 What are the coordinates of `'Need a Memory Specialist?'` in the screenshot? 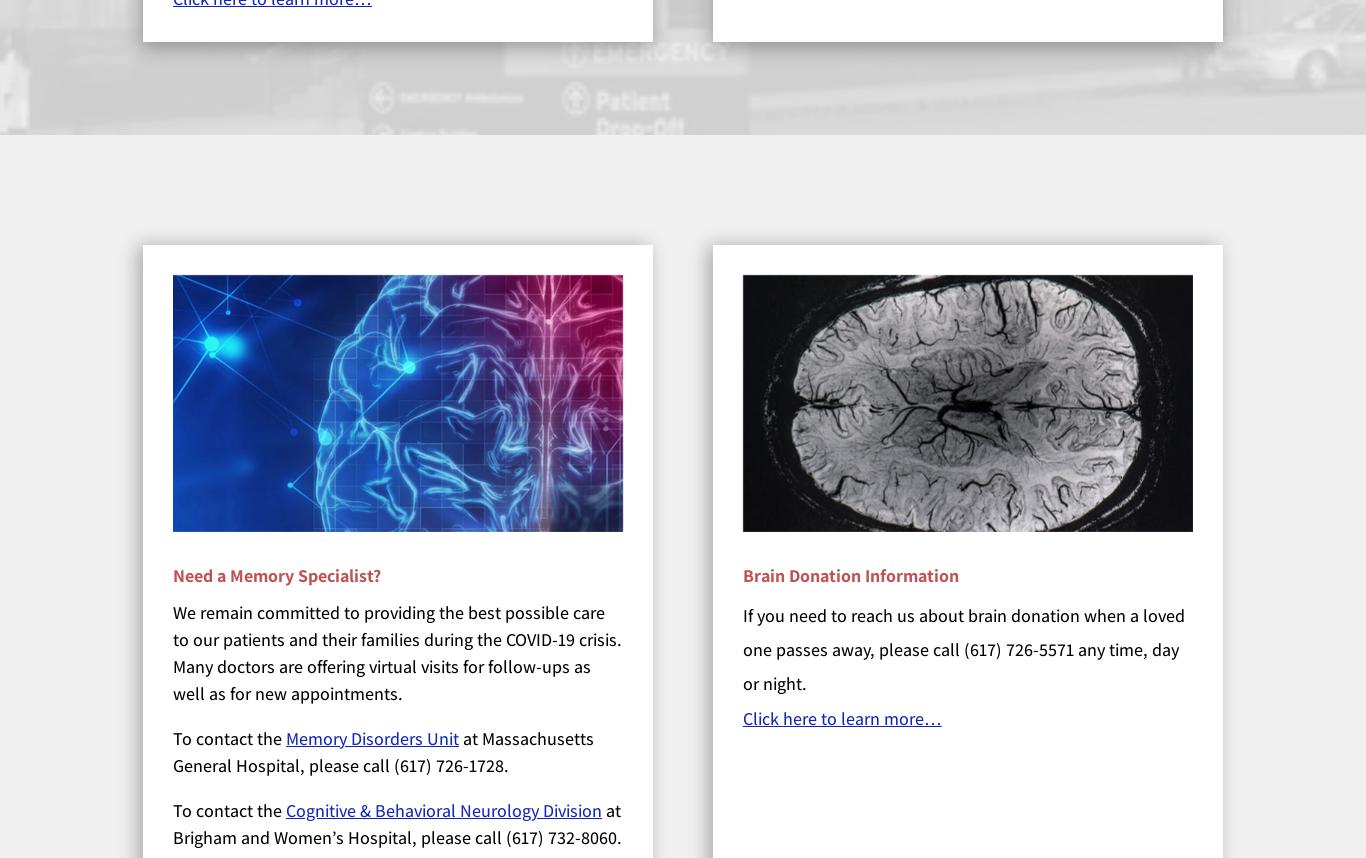 It's located at (277, 573).